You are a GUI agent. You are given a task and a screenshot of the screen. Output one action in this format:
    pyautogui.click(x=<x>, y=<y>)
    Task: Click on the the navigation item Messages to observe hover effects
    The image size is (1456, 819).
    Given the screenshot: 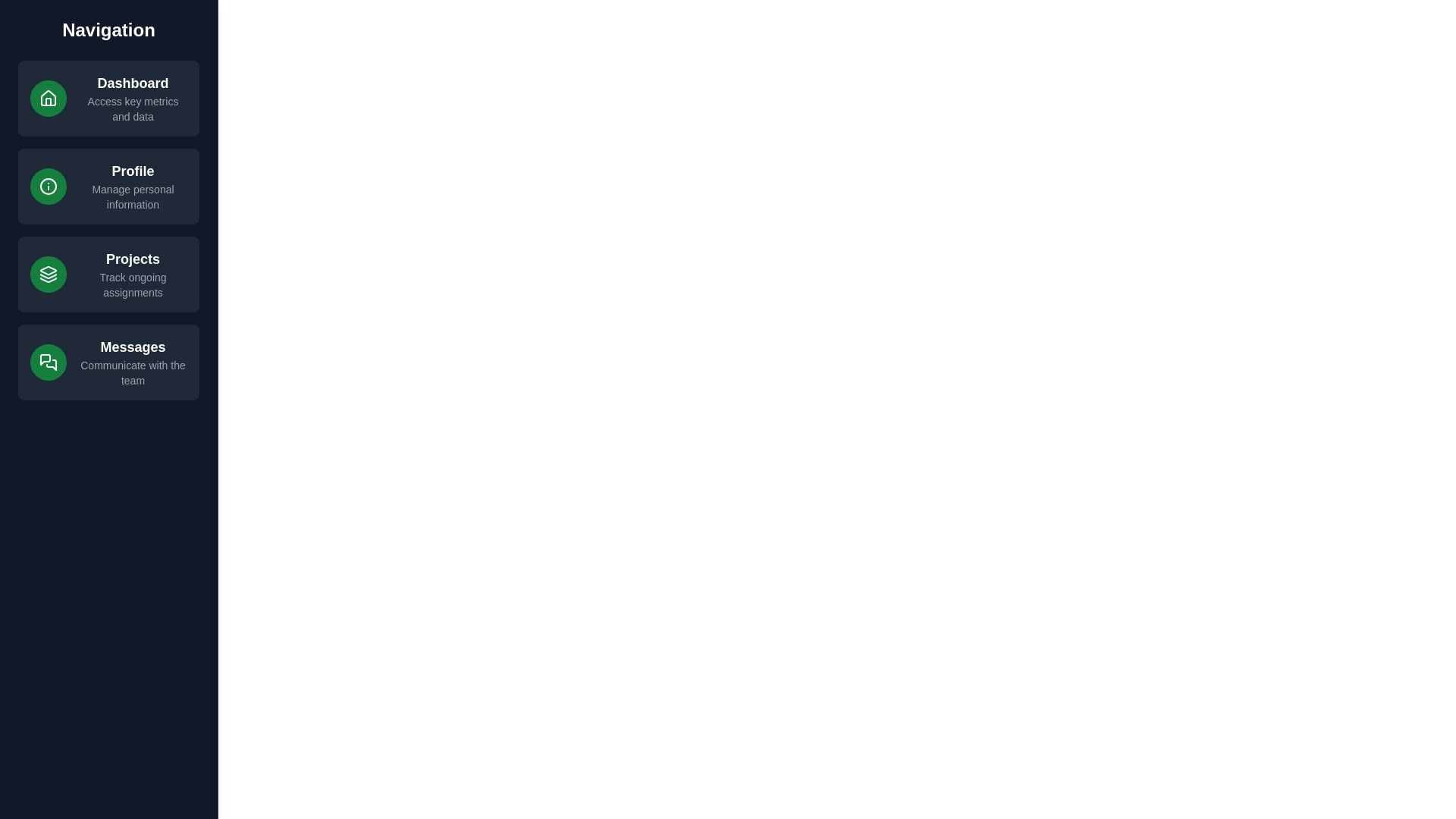 What is the action you would take?
    pyautogui.click(x=108, y=362)
    